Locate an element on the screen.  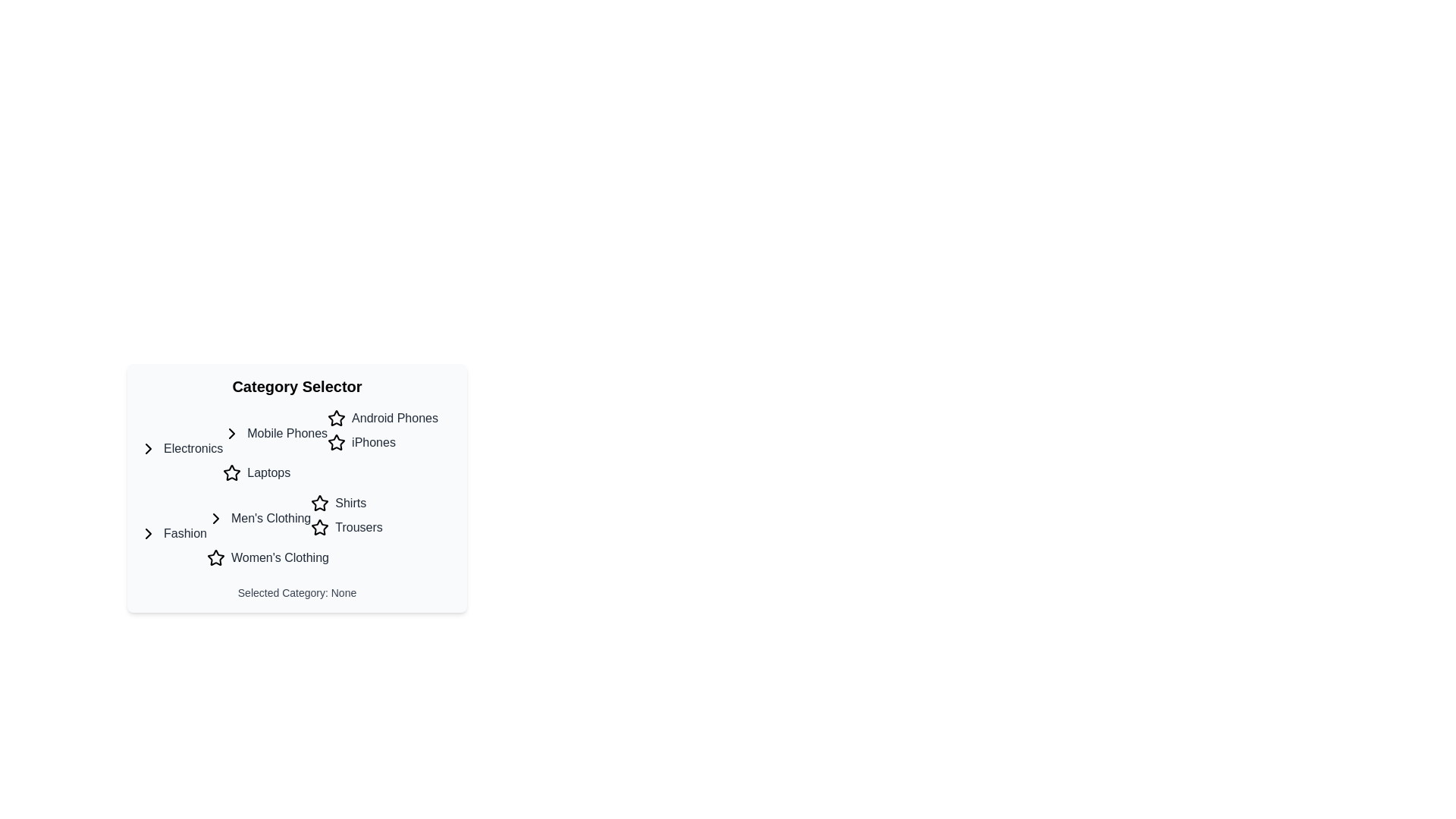
the icon located in the middle of the application's layout, aligned left to the text 'Men's Clothing' is located at coordinates (215, 517).